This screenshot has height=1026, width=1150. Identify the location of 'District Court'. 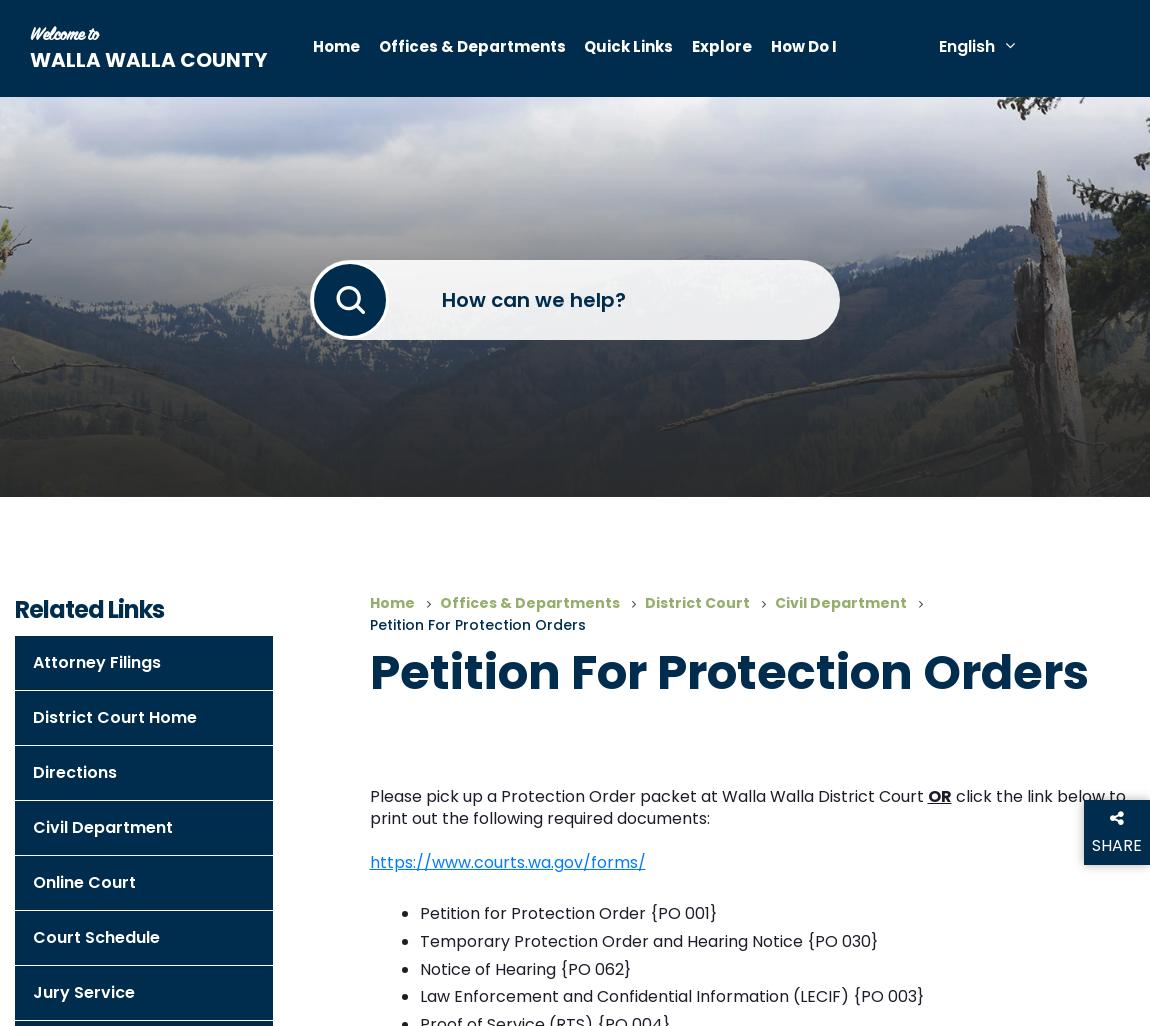
(695, 600).